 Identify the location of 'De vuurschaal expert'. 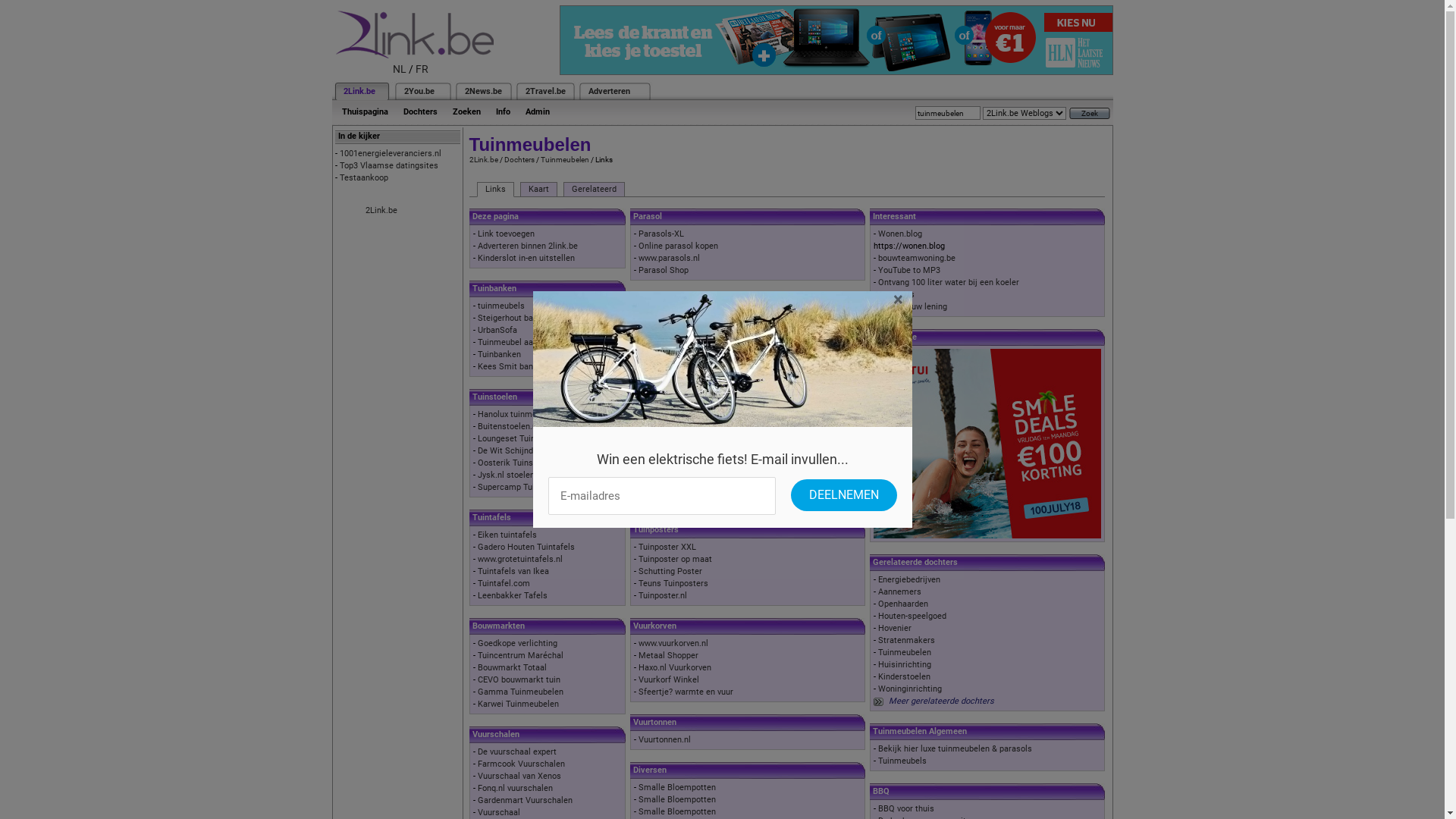
(476, 752).